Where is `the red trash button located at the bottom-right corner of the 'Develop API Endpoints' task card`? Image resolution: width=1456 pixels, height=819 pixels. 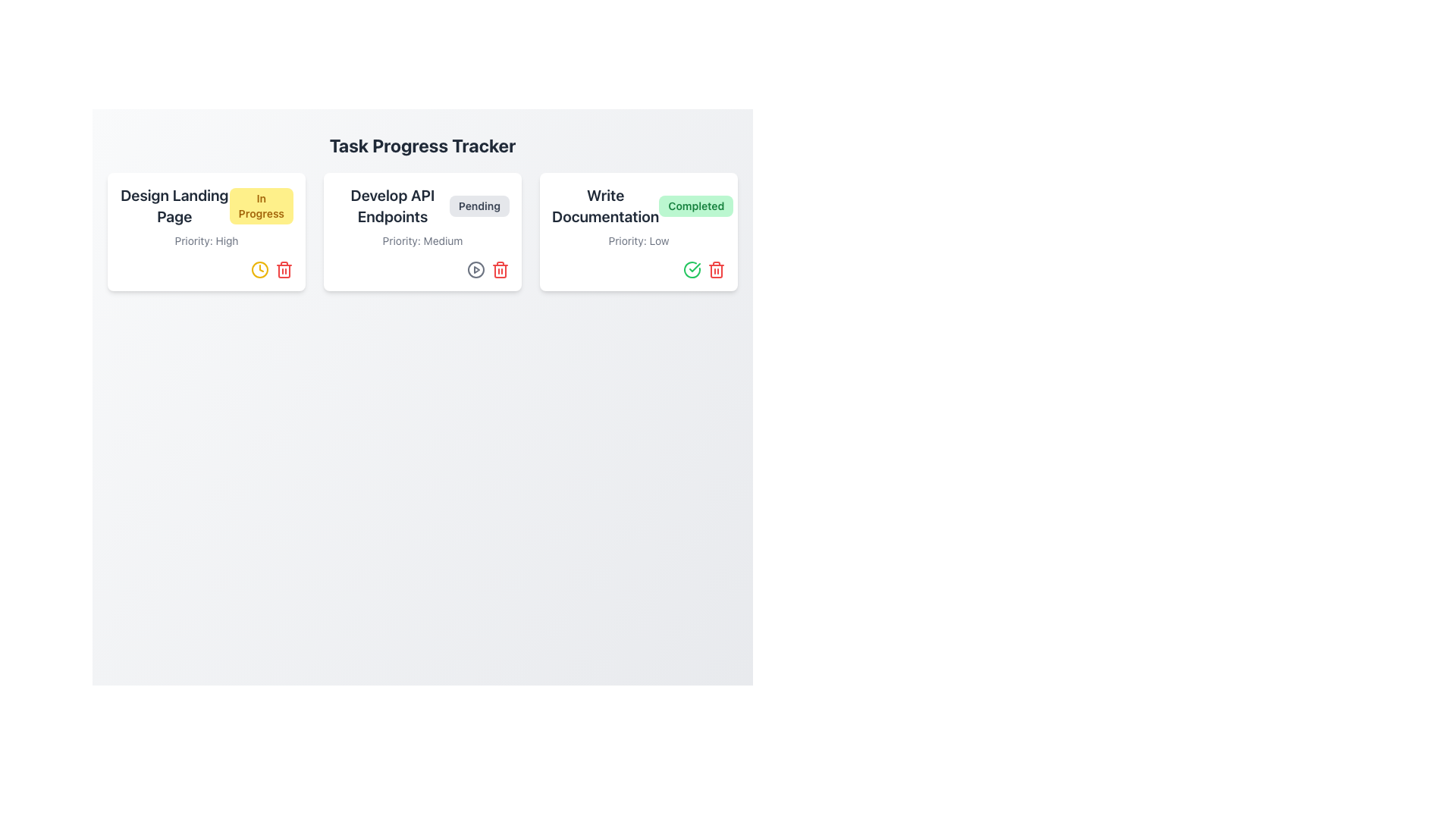
the red trash button located at the bottom-right corner of the 'Develop API Endpoints' task card is located at coordinates (422, 268).